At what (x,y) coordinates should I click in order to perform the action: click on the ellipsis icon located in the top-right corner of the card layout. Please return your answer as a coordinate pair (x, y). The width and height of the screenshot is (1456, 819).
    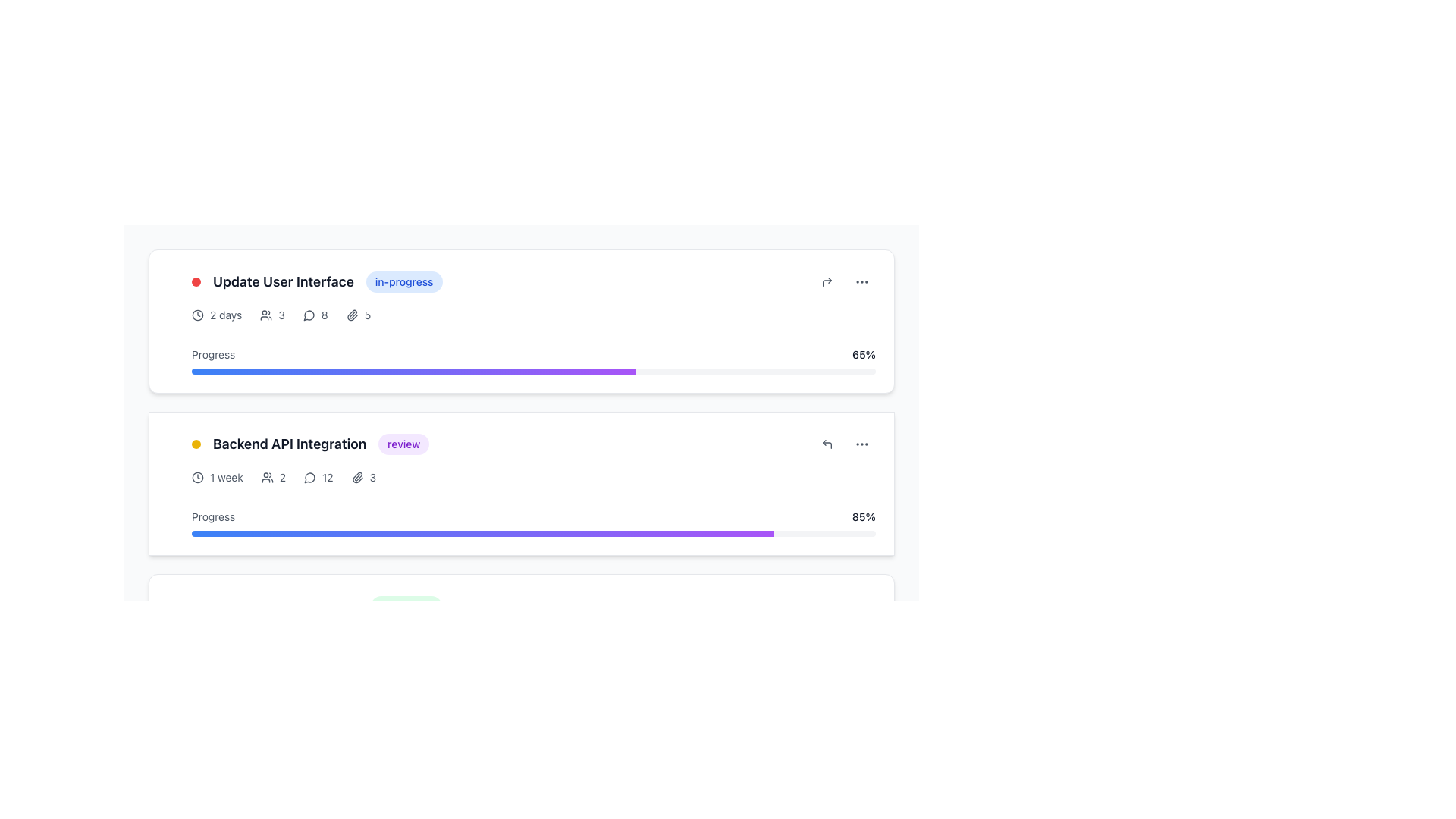
    Looking at the image, I should click on (862, 444).